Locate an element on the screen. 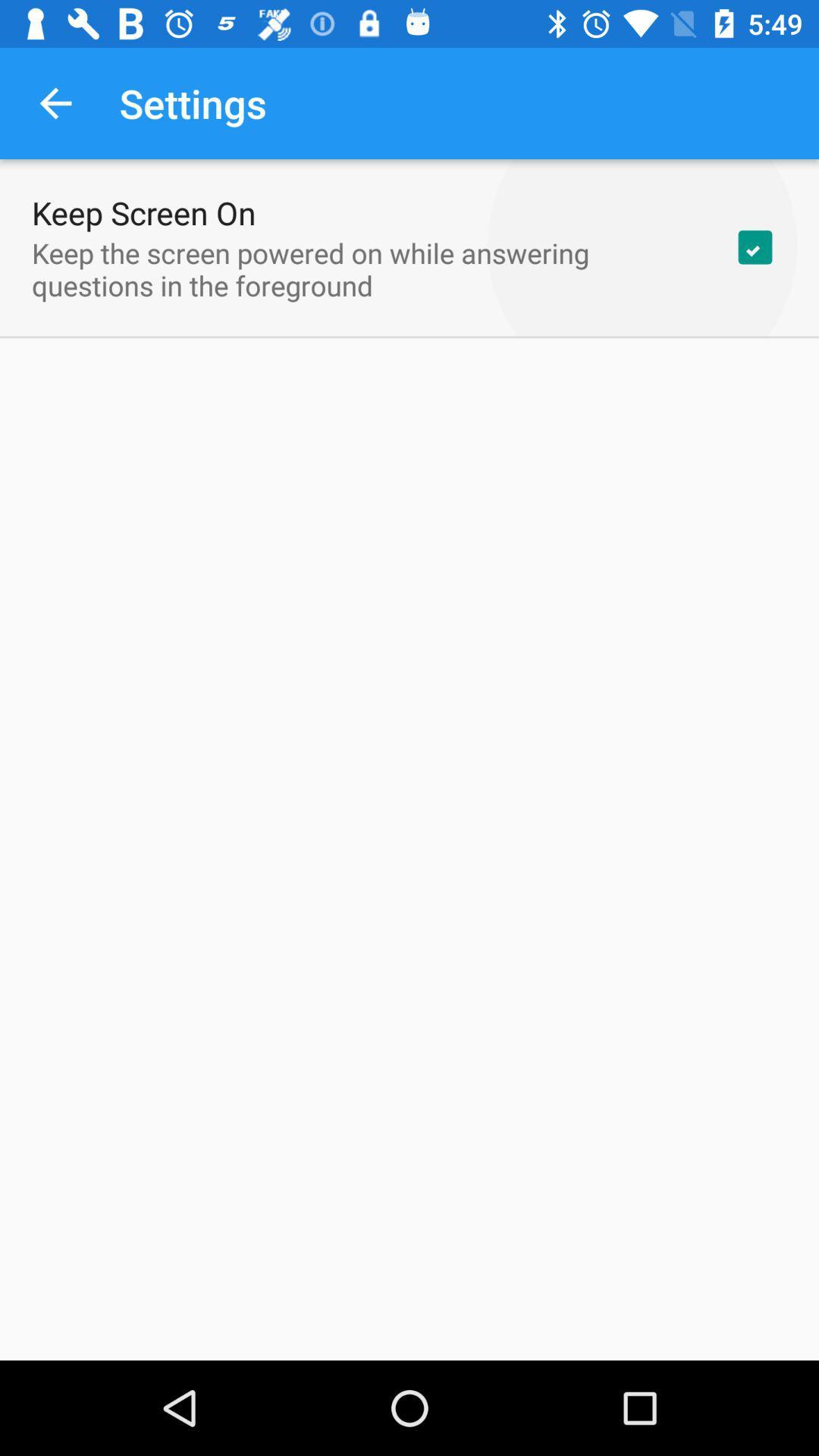  icon next to keep the screen is located at coordinates (755, 247).